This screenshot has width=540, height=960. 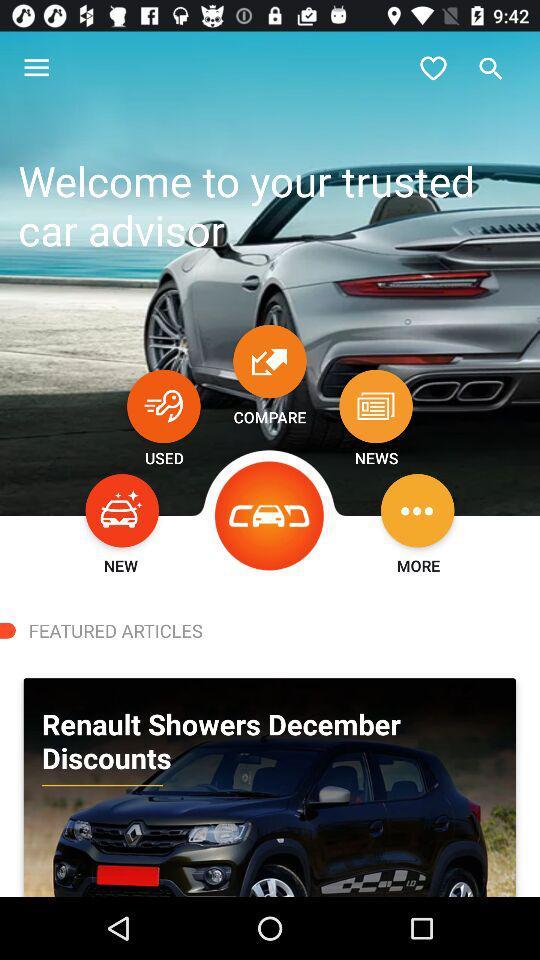 What do you see at coordinates (162, 405) in the screenshot?
I see `if used` at bounding box center [162, 405].